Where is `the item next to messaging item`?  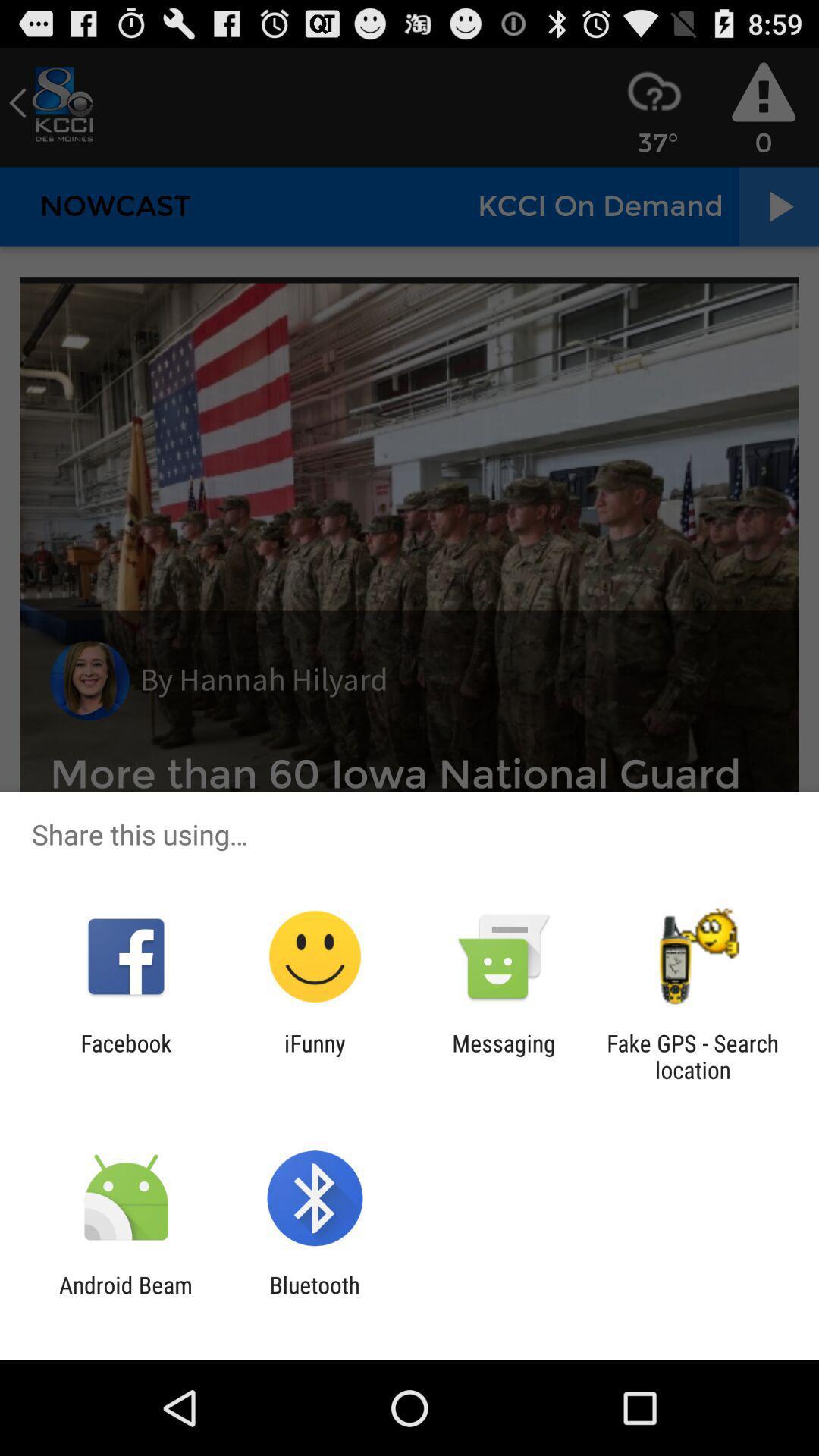
the item next to messaging item is located at coordinates (314, 1056).